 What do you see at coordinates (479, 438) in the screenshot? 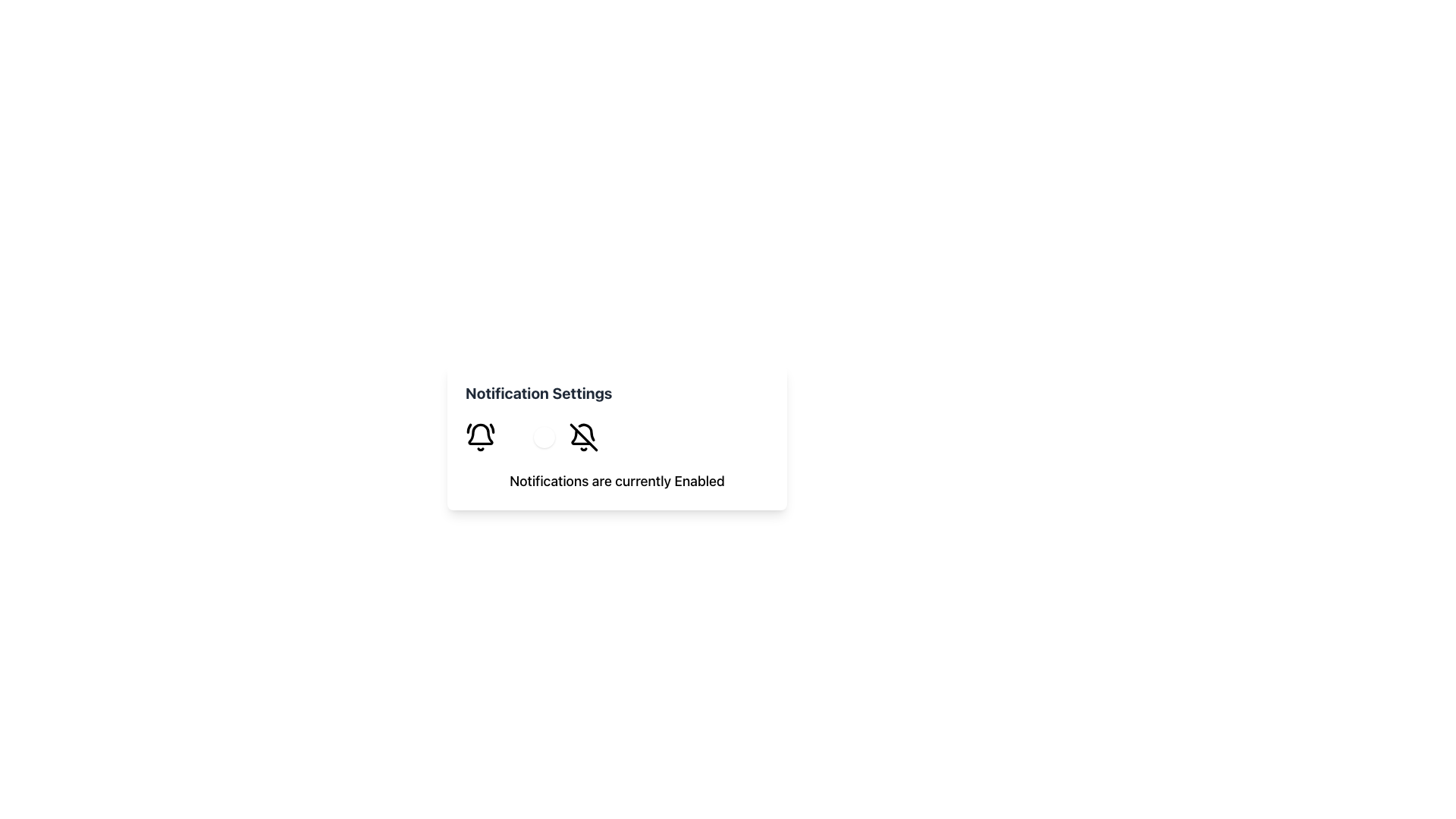
I see `the notification alert SVG icon located at the first position among three components in the notification settings` at bounding box center [479, 438].